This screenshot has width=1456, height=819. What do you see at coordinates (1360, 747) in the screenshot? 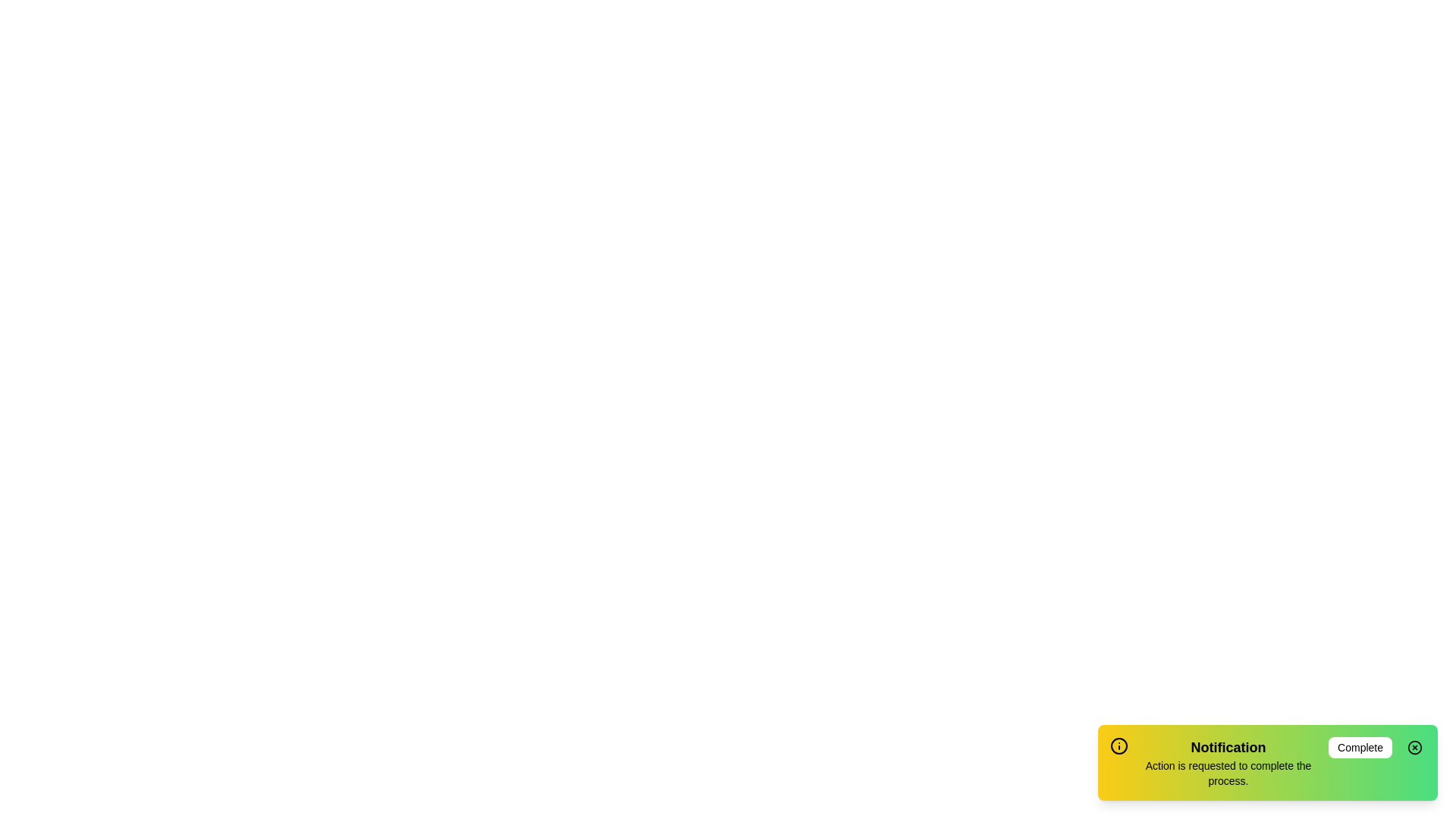
I see `the 'Complete' button to trigger the main action` at bounding box center [1360, 747].